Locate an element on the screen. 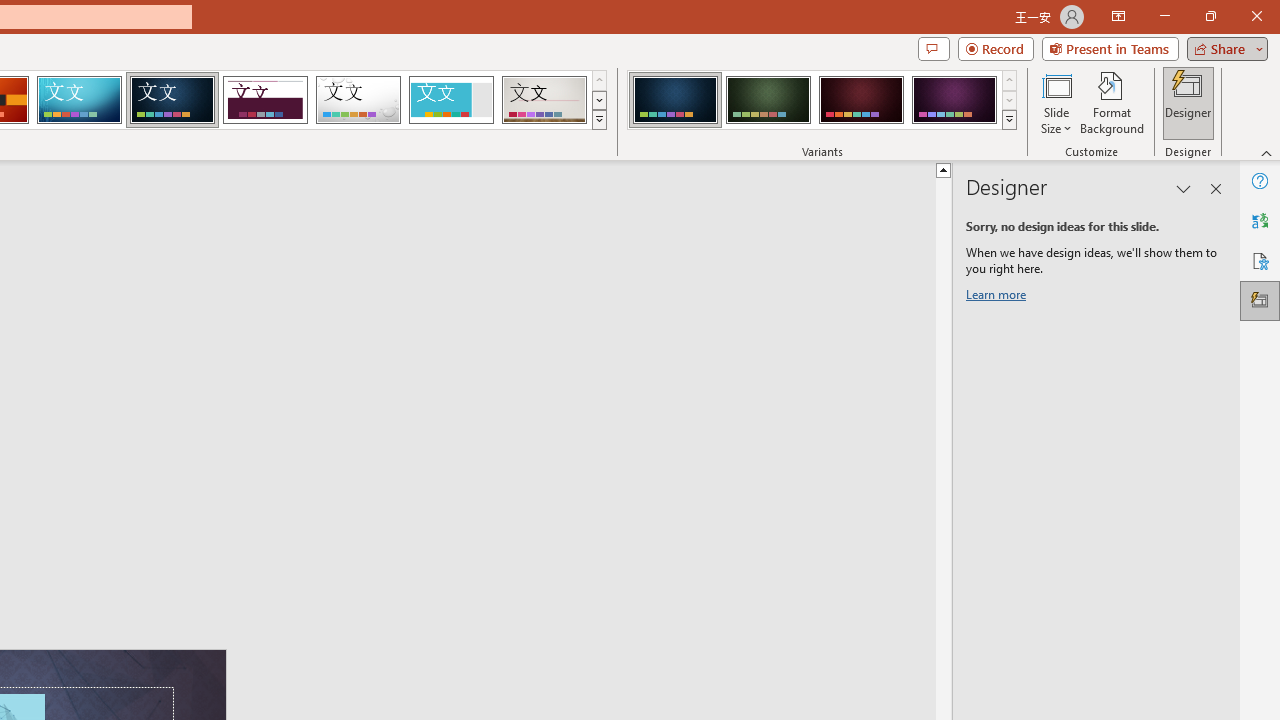  'Frame' is located at coordinates (450, 100).